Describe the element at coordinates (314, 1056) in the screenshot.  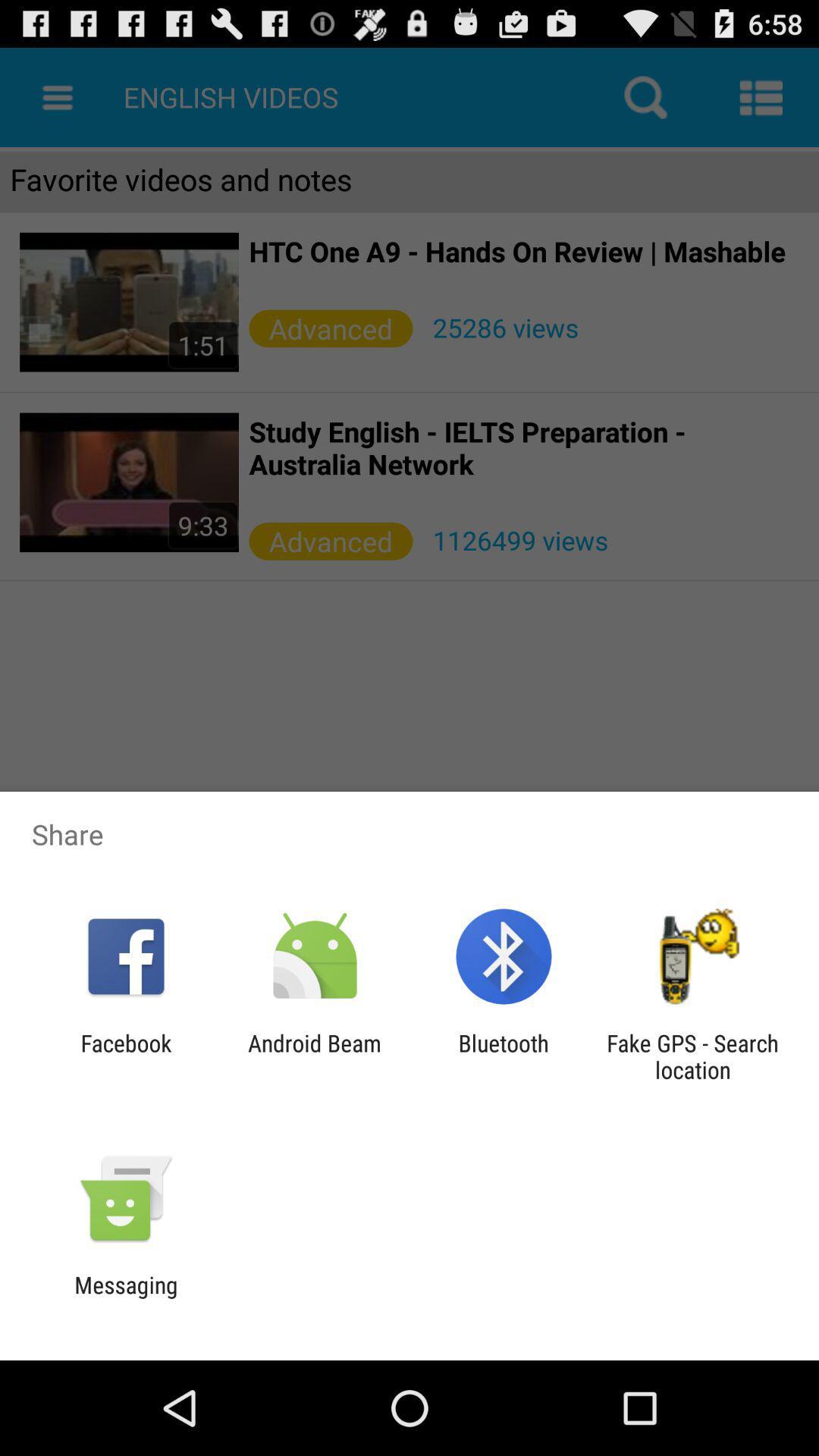
I see `android beam item` at that location.